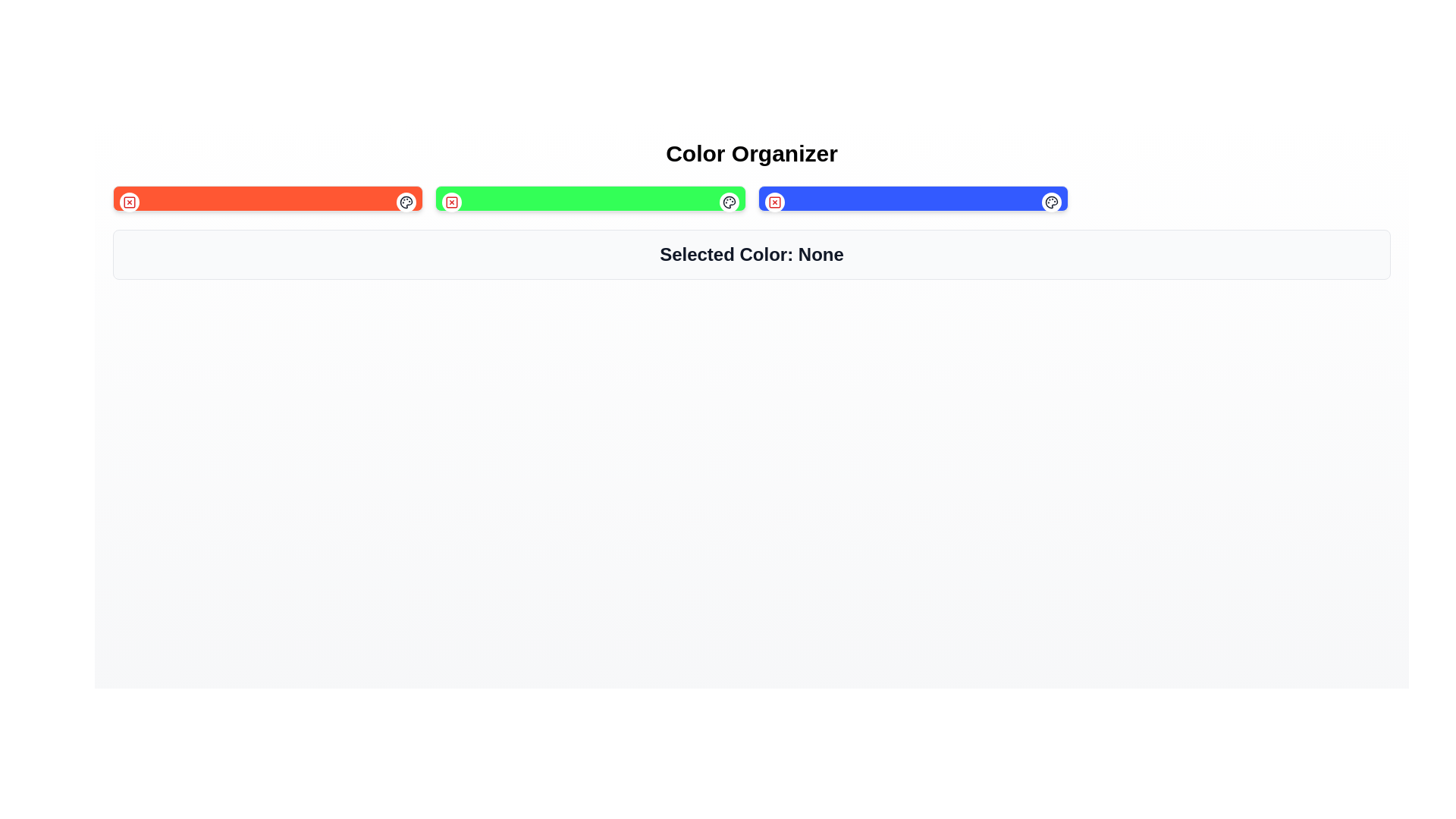 This screenshot has width=1456, height=819. What do you see at coordinates (1050, 201) in the screenshot?
I see `the painter's palette icon, which is a gray SVG shape with various cutouts located in the blue color bar near its center` at bounding box center [1050, 201].